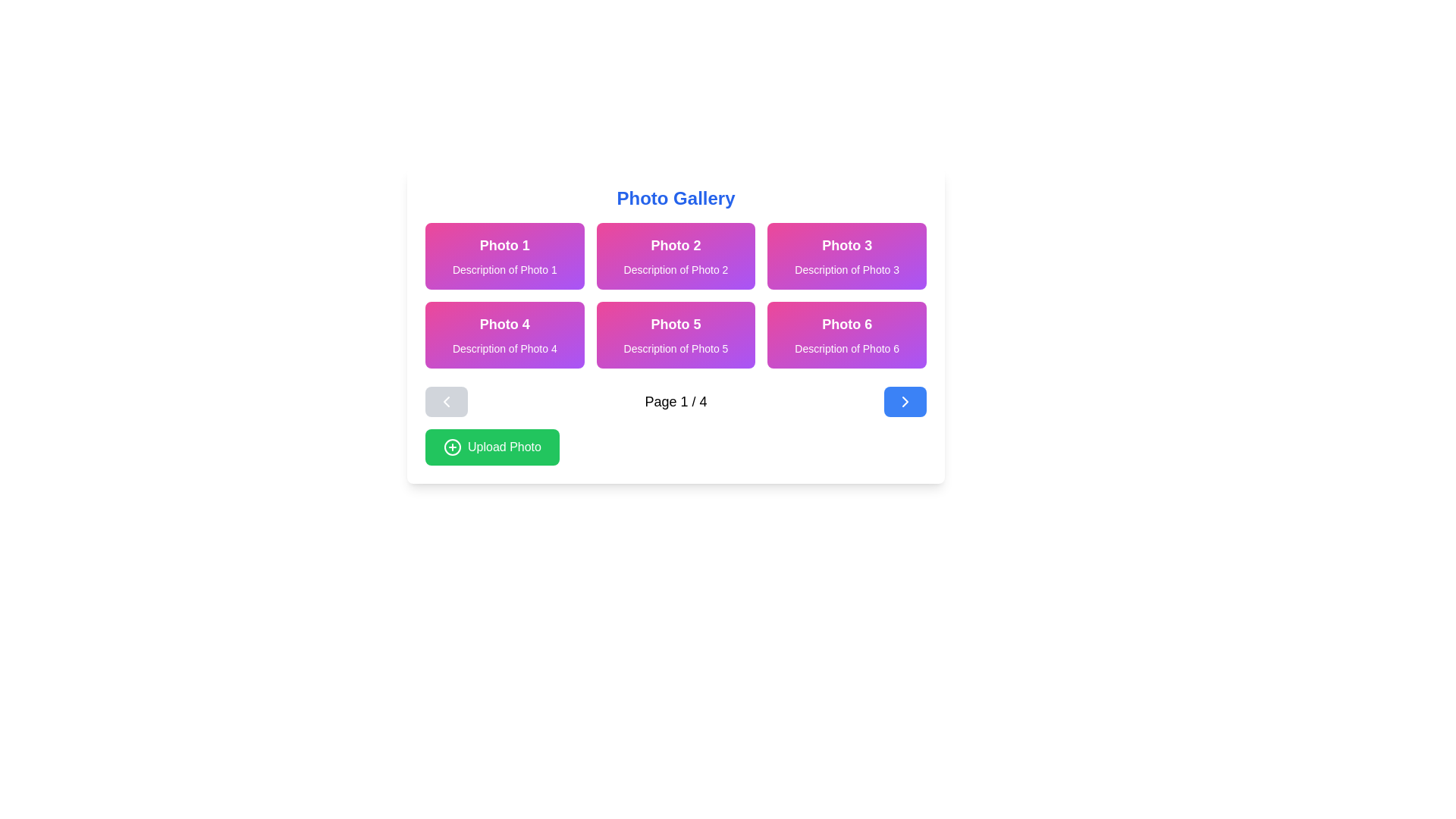 Image resolution: width=1456 pixels, height=819 pixels. Describe the element at coordinates (492, 447) in the screenshot. I see `the green rectangular button labeled 'Upload Photo' located at the bottom-left corner of the 'Photo Gallery' section` at that location.